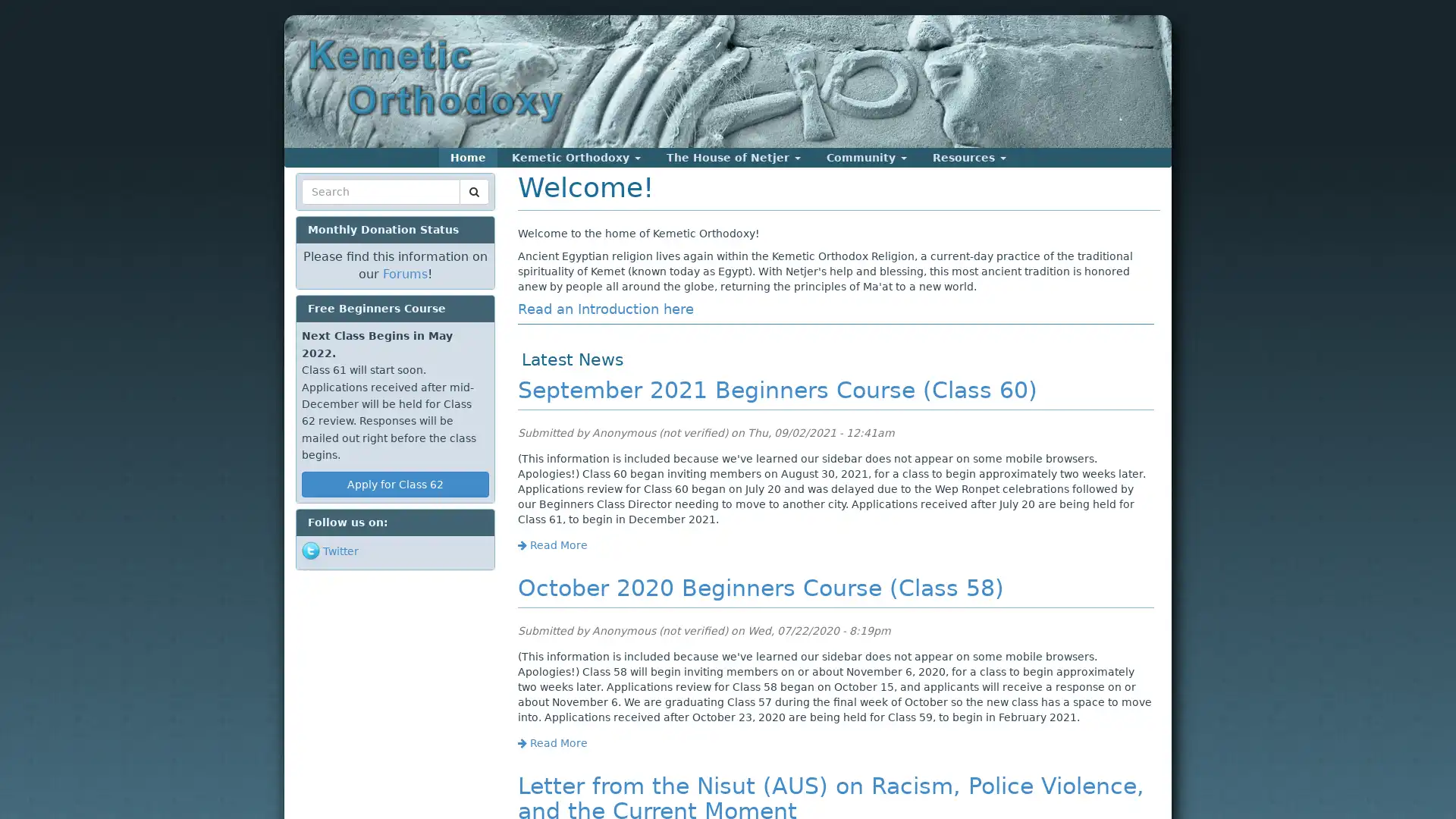 Image resolution: width=1456 pixels, height=819 pixels. I want to click on Search, so click(330, 210).